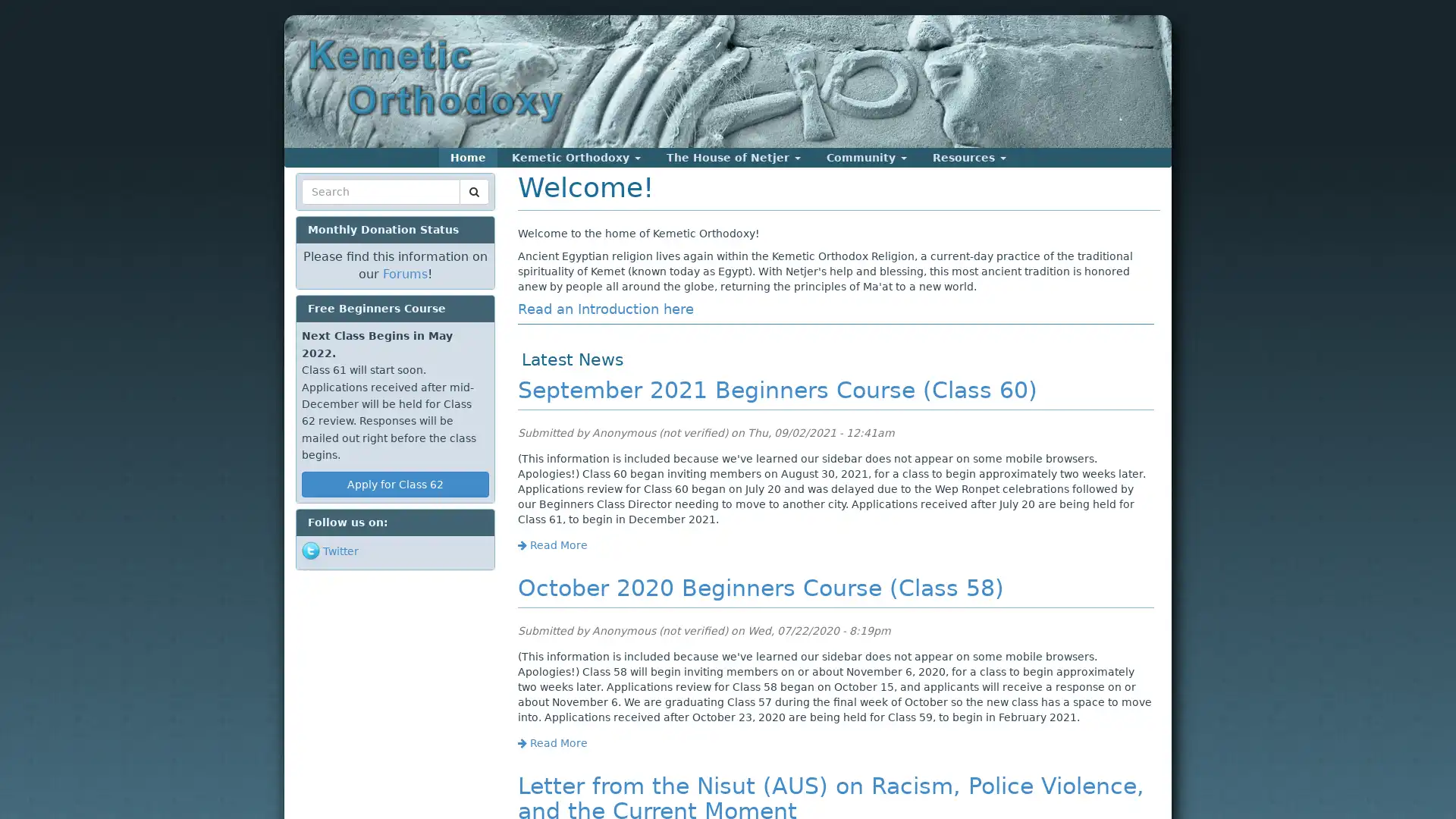 Image resolution: width=1456 pixels, height=819 pixels. I want to click on Search, so click(330, 210).